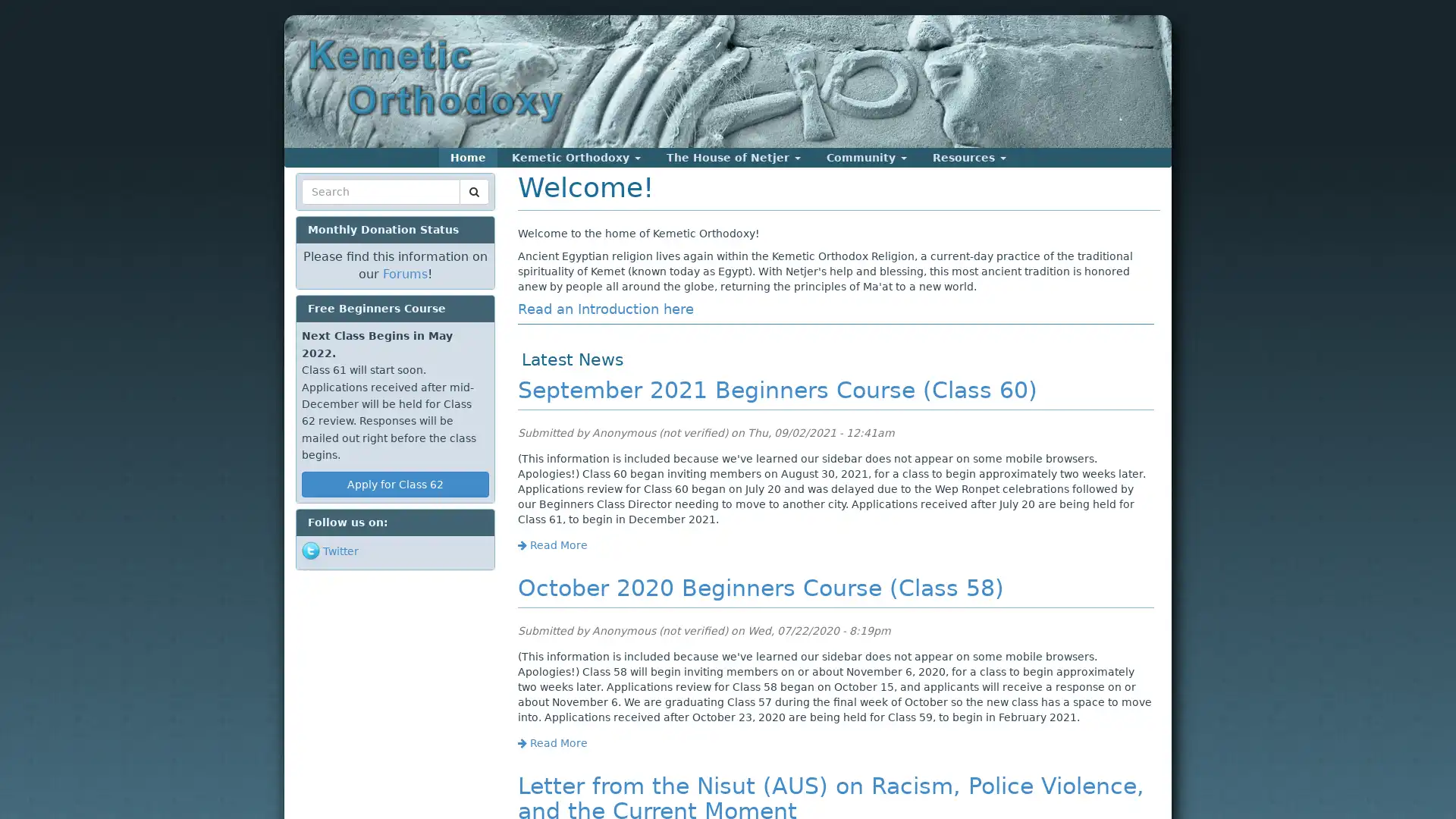 Image resolution: width=1456 pixels, height=819 pixels. I want to click on Search, so click(330, 210).